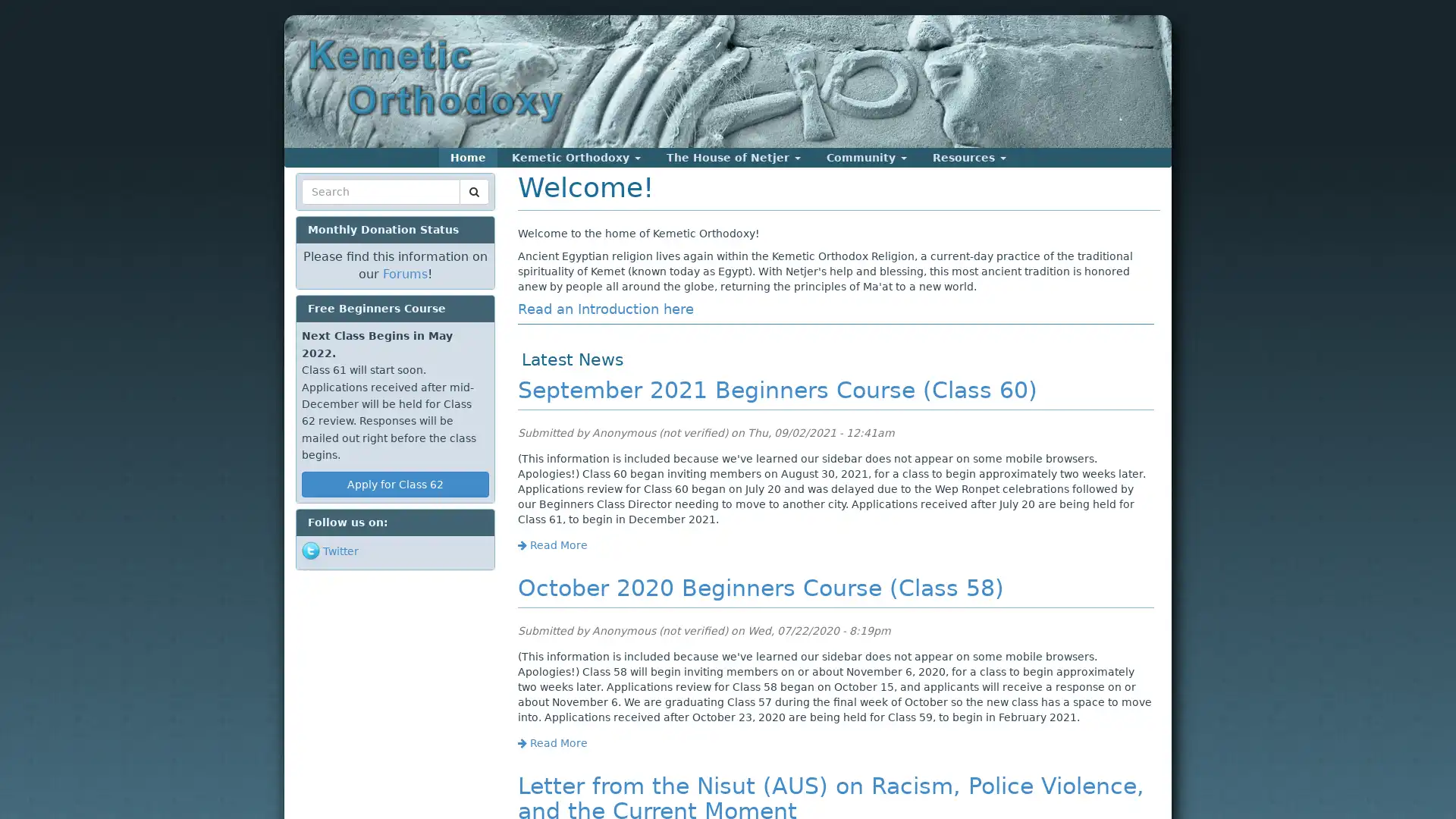 Image resolution: width=1456 pixels, height=819 pixels. I want to click on Search, so click(330, 210).